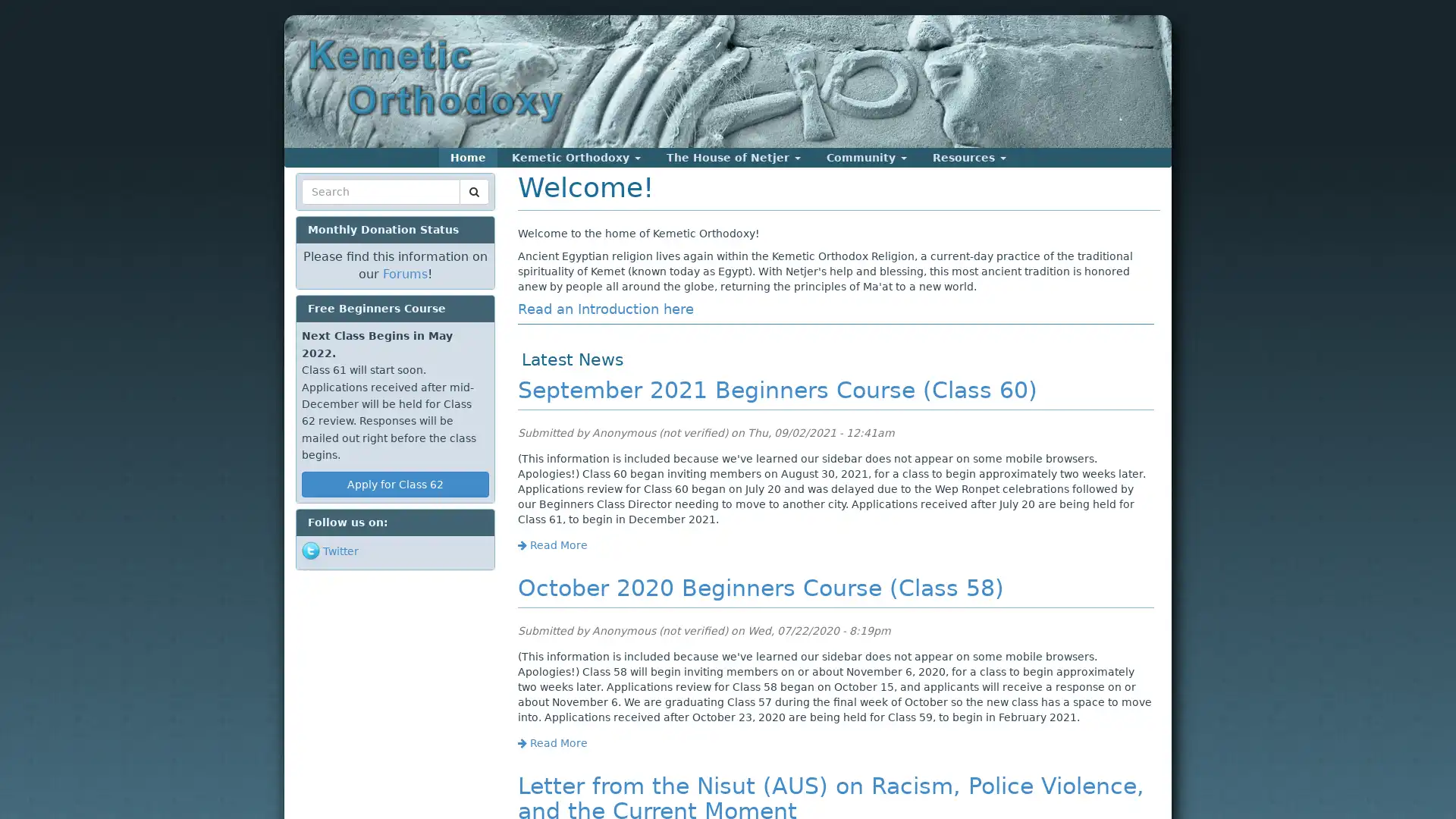 Image resolution: width=1456 pixels, height=819 pixels. I want to click on Search, so click(330, 210).